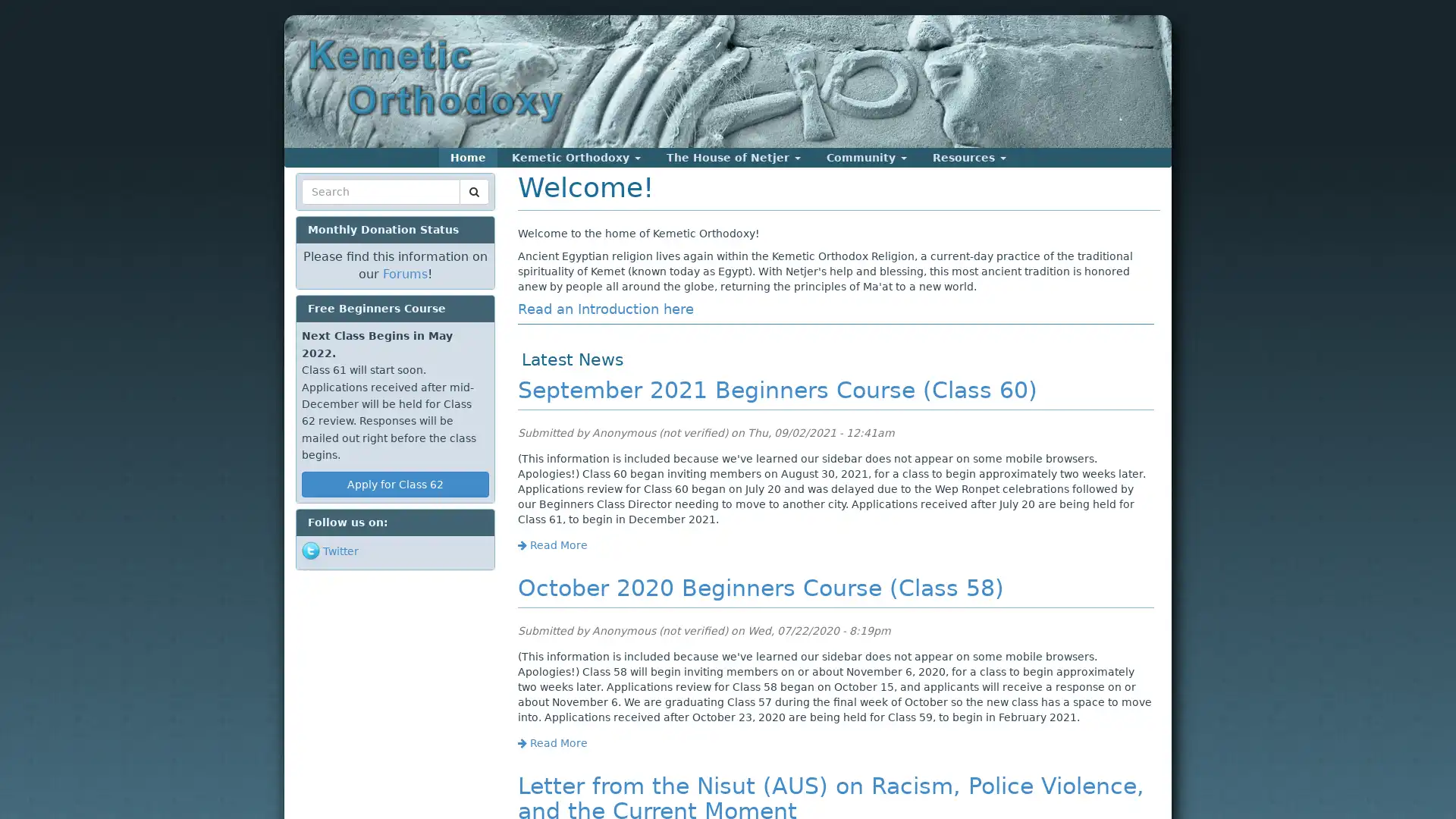 Image resolution: width=1456 pixels, height=819 pixels. I want to click on Search, so click(330, 210).